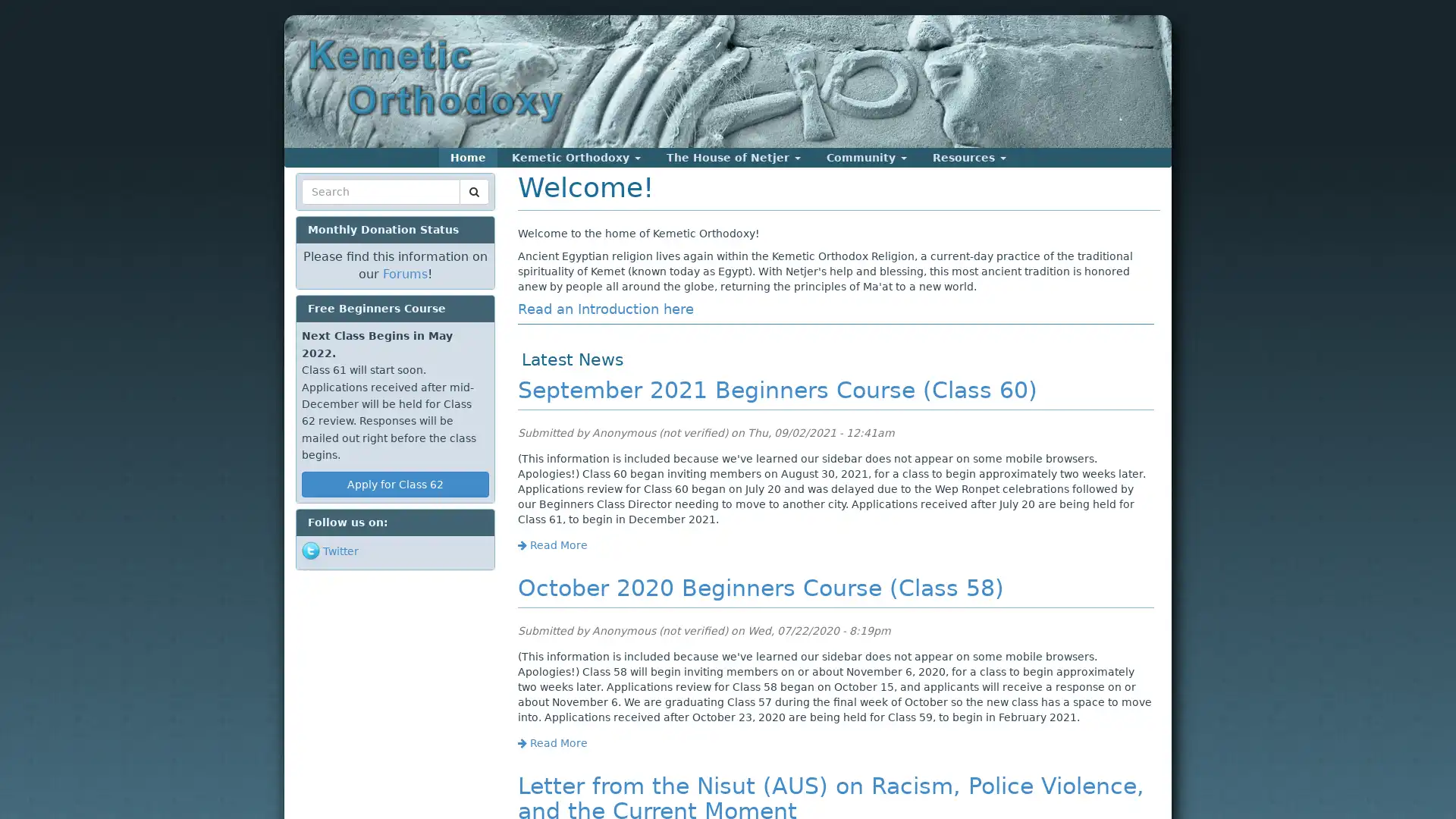 Image resolution: width=1456 pixels, height=819 pixels. I want to click on Search, so click(330, 210).